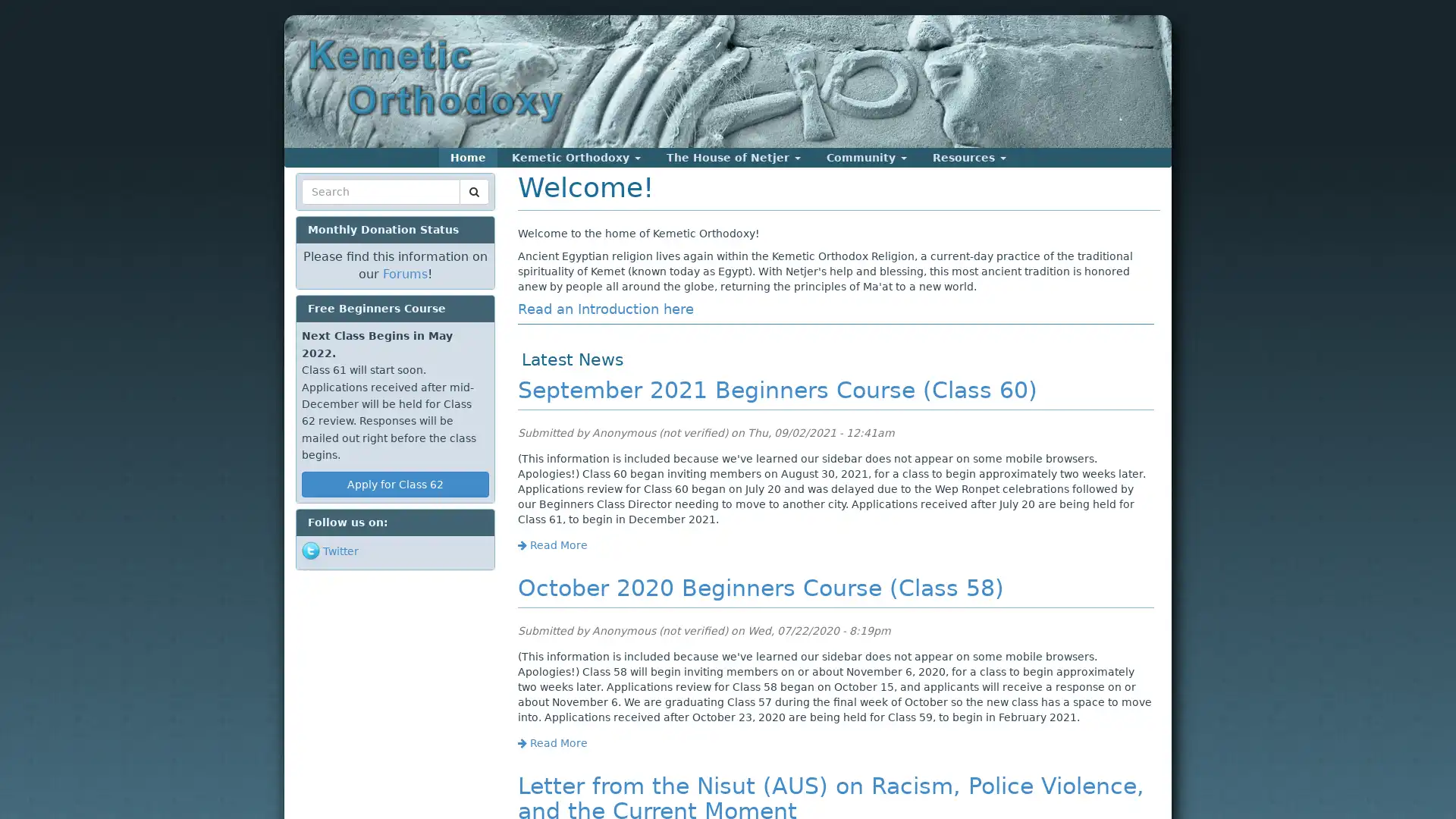 Image resolution: width=1456 pixels, height=819 pixels. I want to click on Search, so click(330, 210).